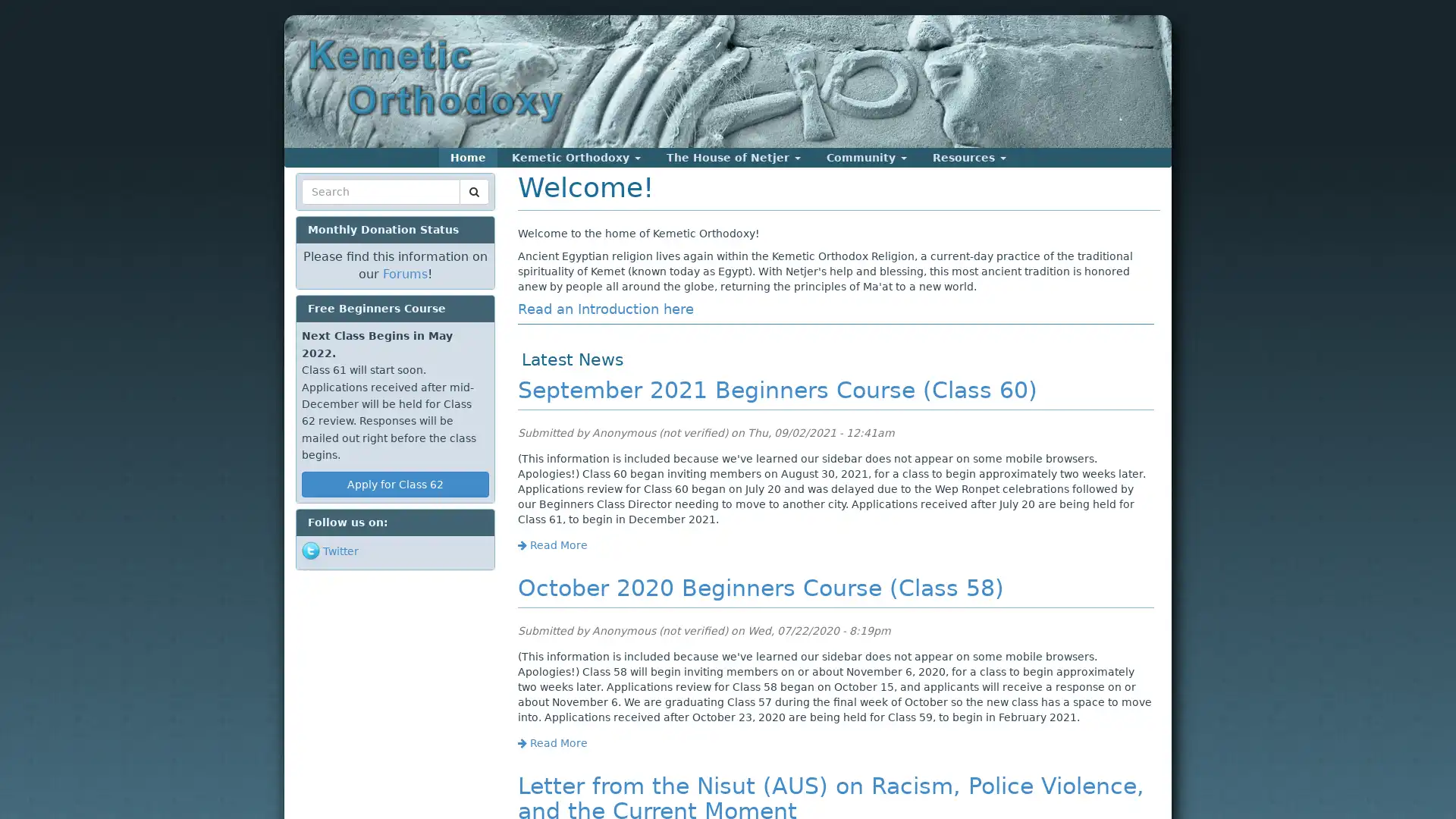 Image resolution: width=1456 pixels, height=819 pixels. I want to click on Search, so click(330, 210).